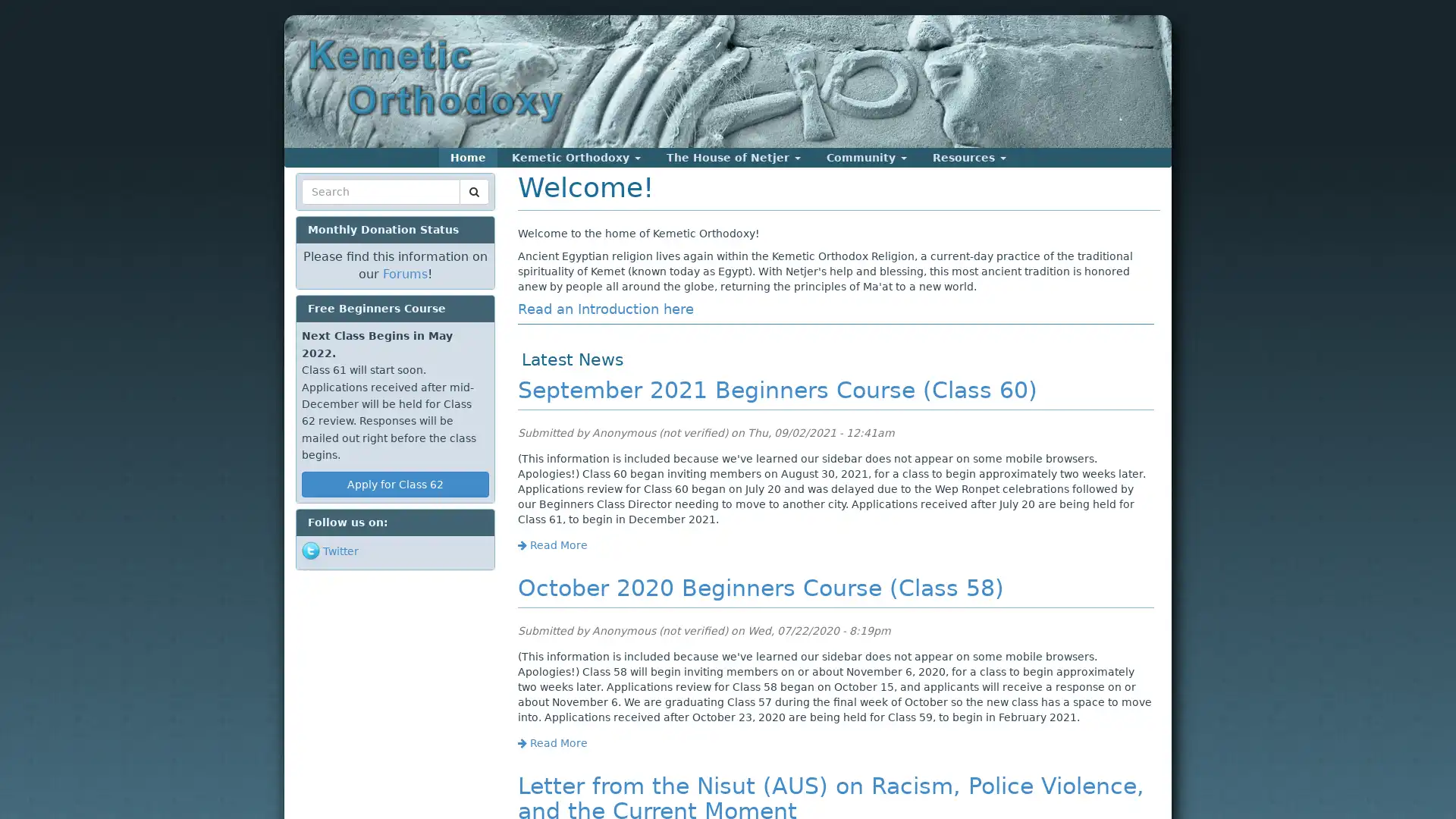 Image resolution: width=1456 pixels, height=819 pixels. I want to click on Search, so click(330, 210).